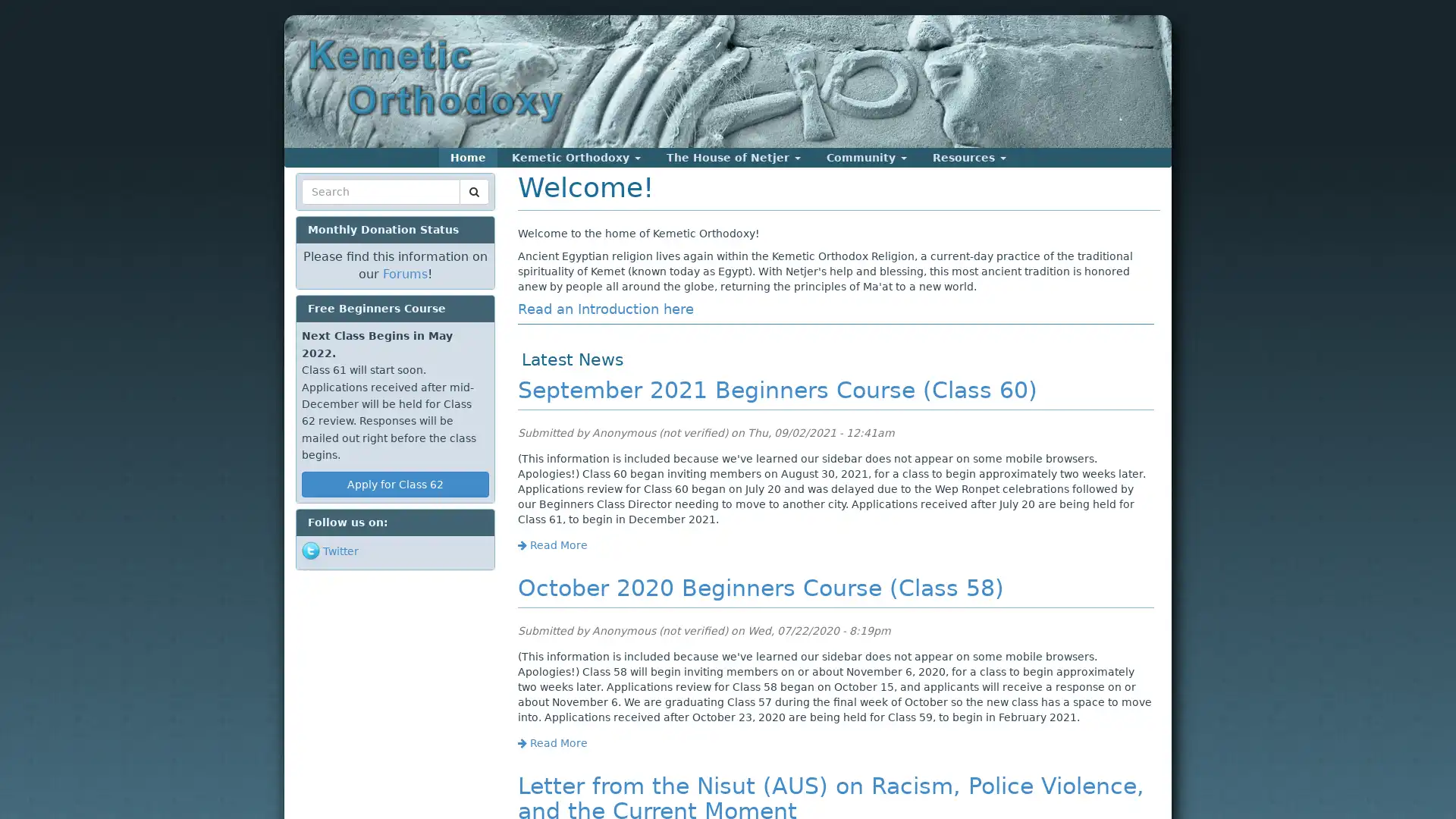 Image resolution: width=1456 pixels, height=819 pixels. I want to click on Search, so click(330, 210).